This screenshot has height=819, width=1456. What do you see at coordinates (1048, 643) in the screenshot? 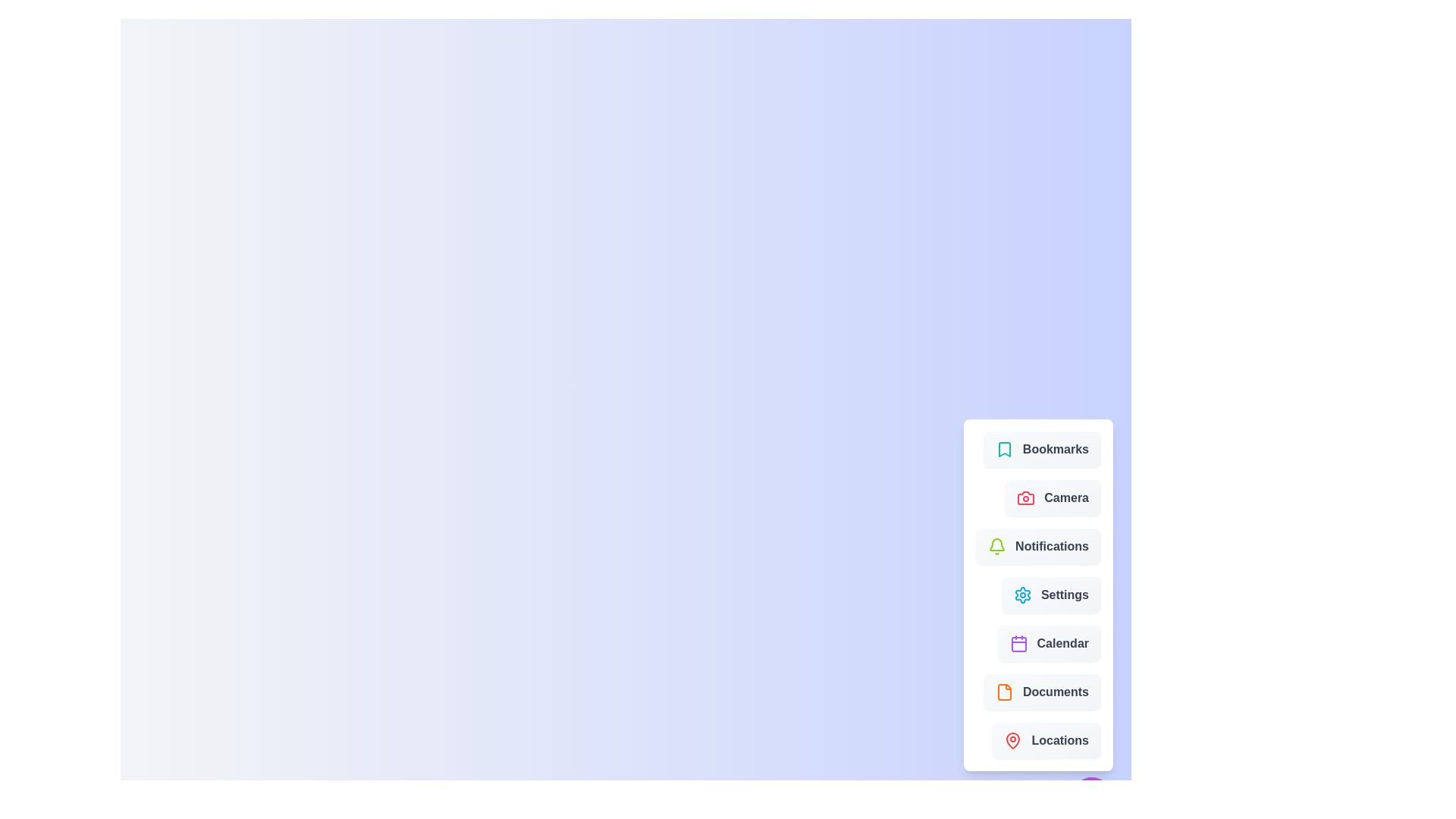
I see `the menu item corresponding to Calendar to activate its action` at bounding box center [1048, 643].